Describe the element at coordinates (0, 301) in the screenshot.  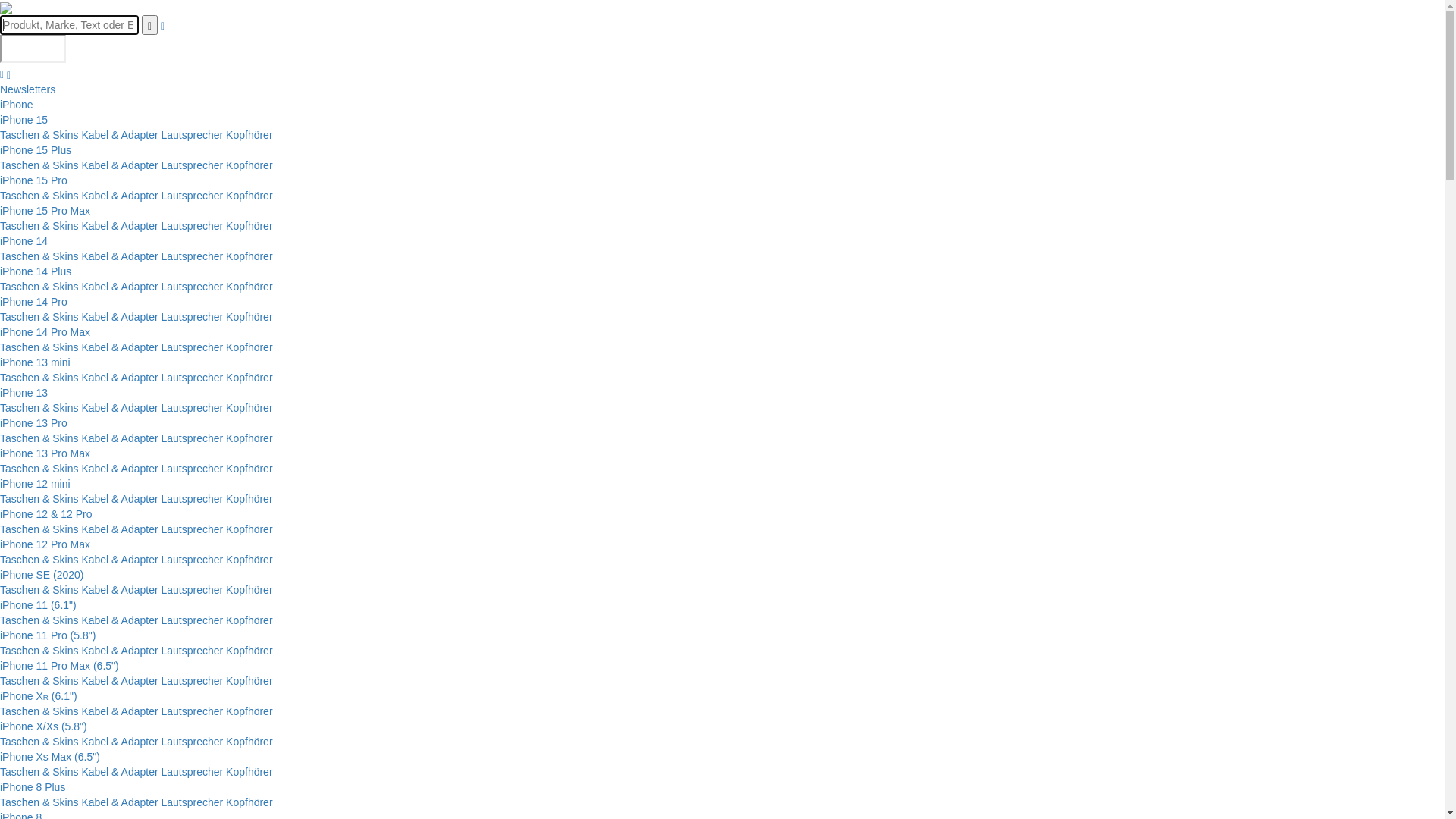
I see `'iPhone 14 Pro'` at that location.